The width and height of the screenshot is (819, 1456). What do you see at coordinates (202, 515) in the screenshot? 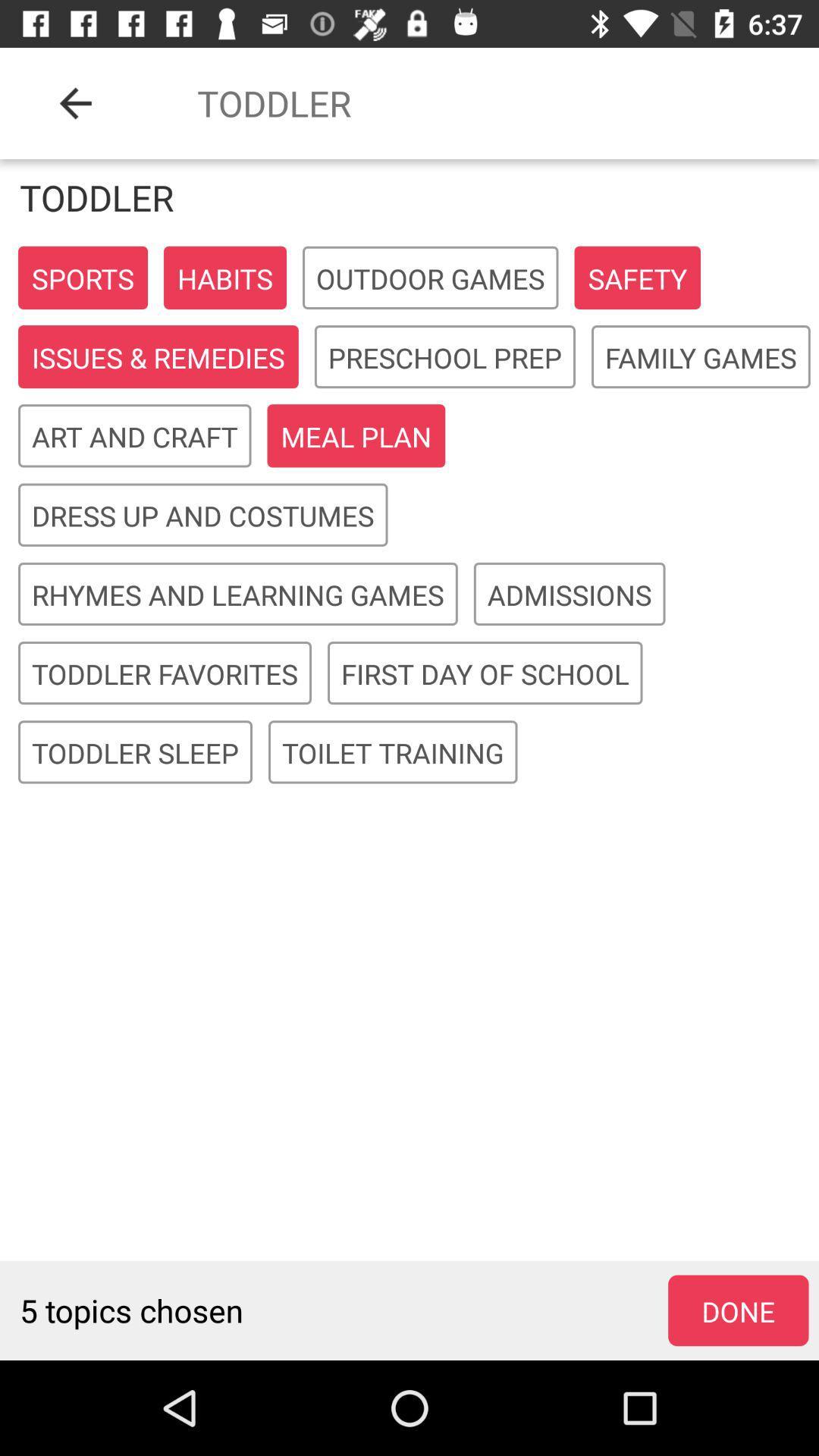
I see `the box below art and craft` at bounding box center [202, 515].